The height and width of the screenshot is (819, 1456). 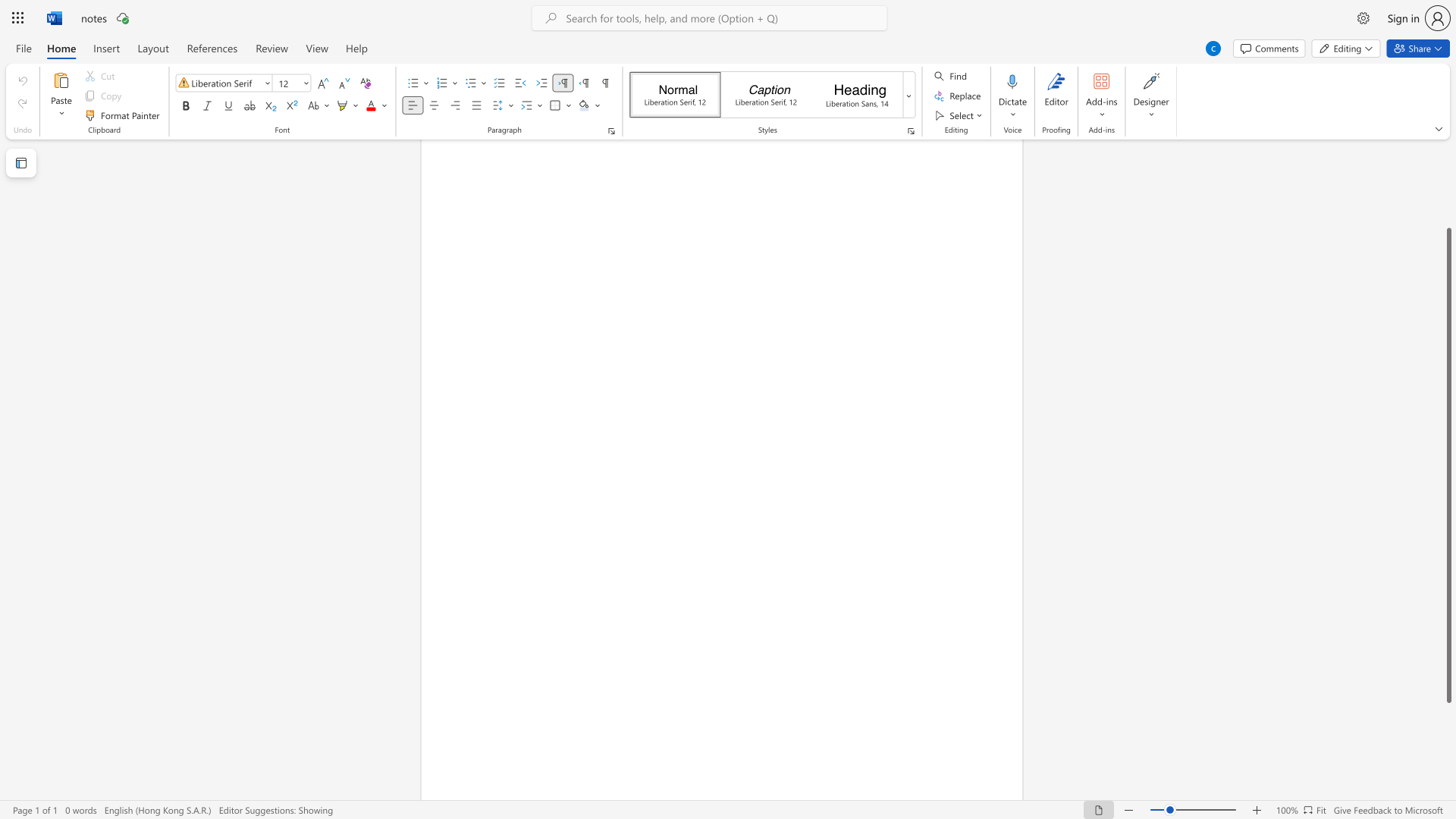 What do you see at coordinates (1448, 464) in the screenshot?
I see `the scrollbar and move down 130 pixels` at bounding box center [1448, 464].